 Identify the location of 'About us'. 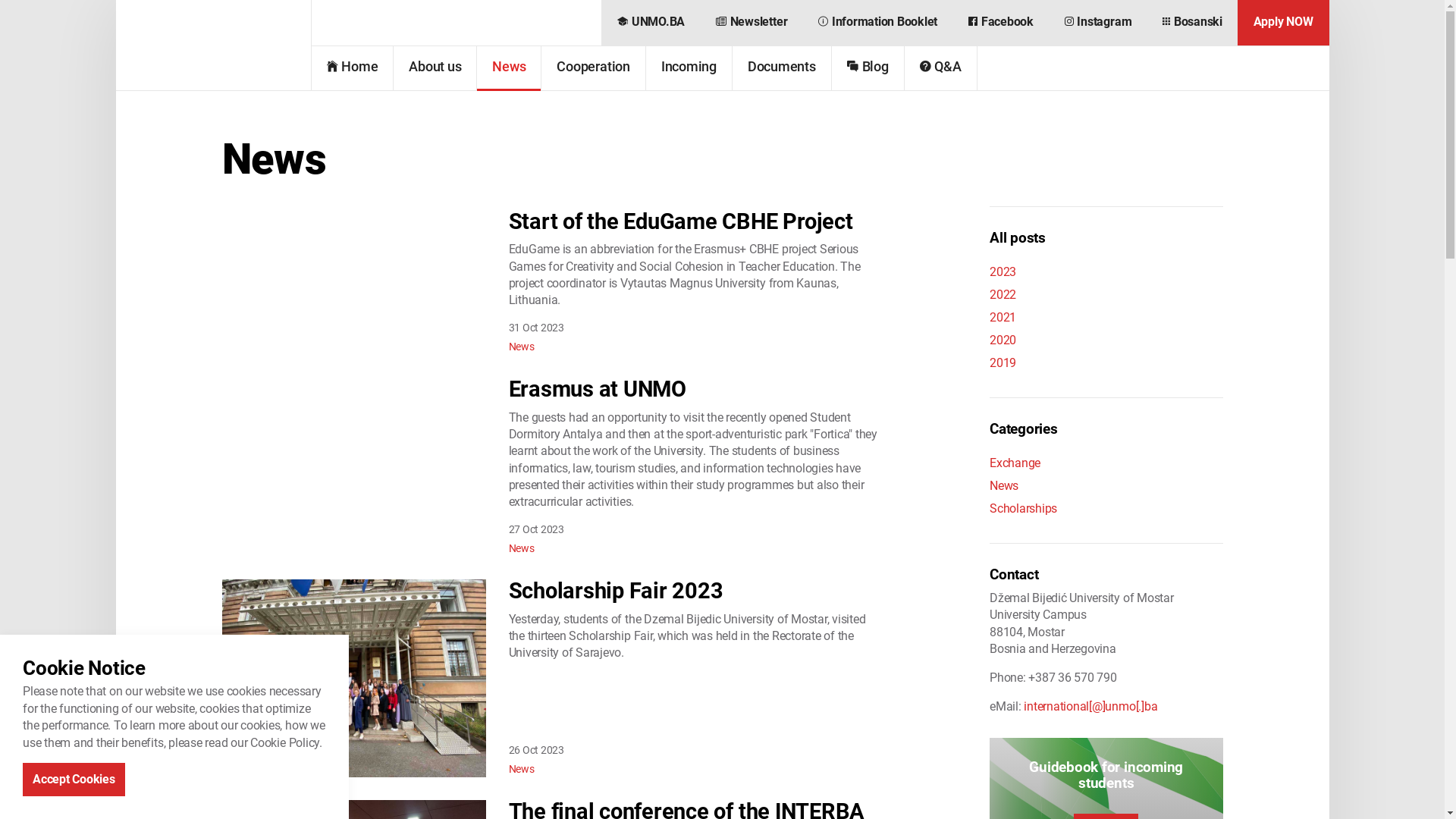
(434, 67).